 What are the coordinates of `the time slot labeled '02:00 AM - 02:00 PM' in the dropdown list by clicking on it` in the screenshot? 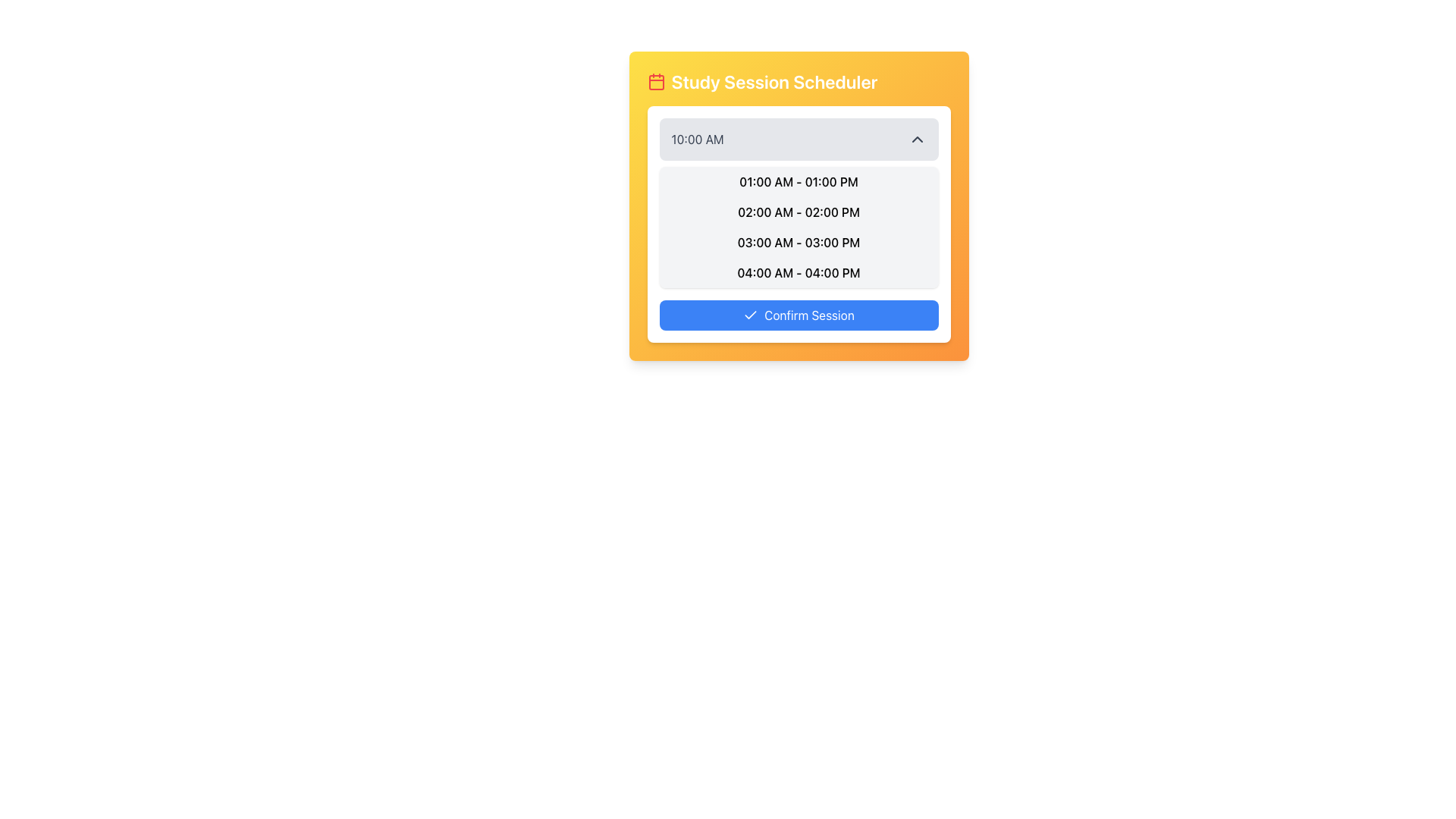 It's located at (798, 212).